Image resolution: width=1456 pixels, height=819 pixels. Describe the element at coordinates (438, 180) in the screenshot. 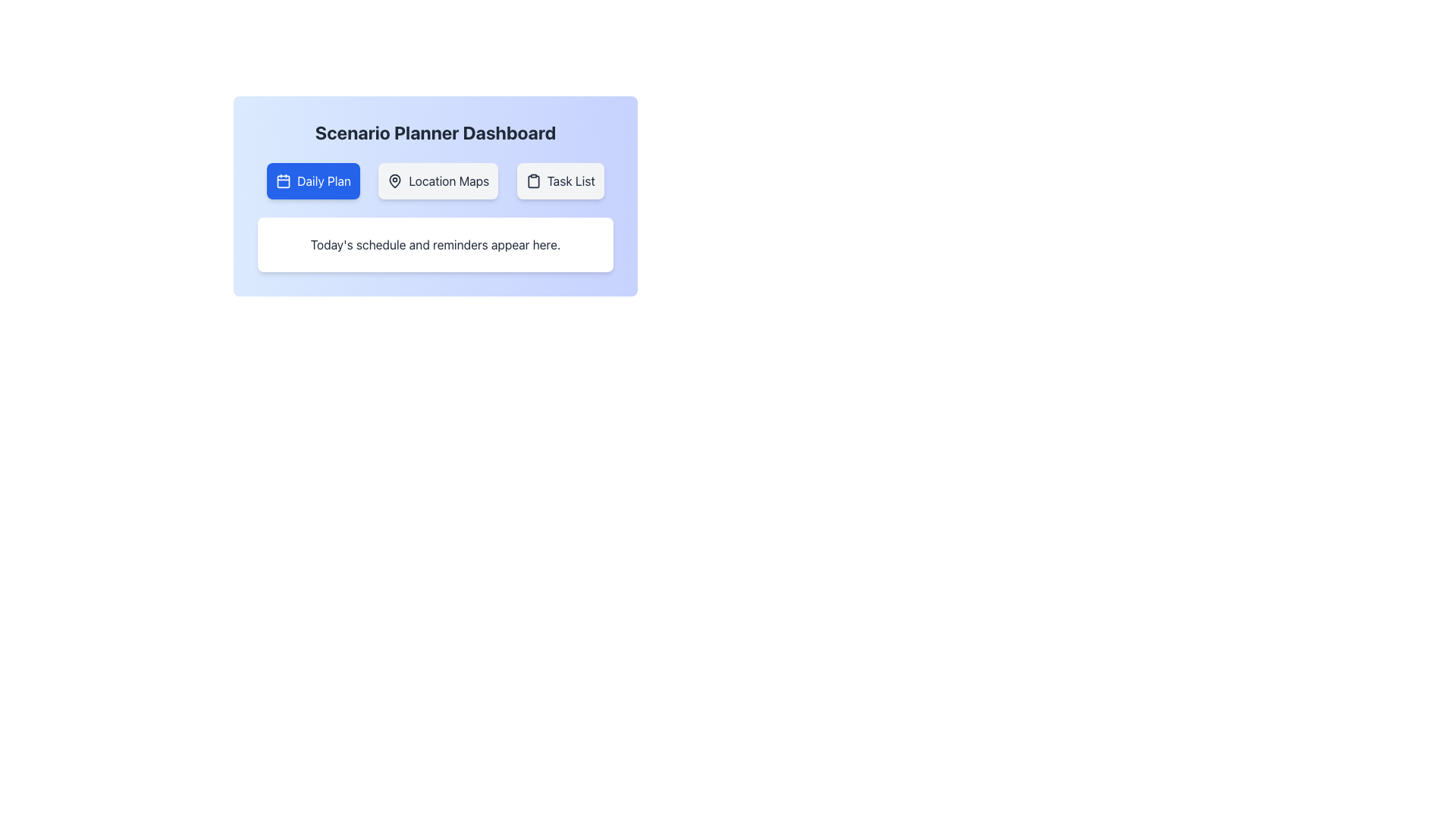

I see `the 'Location Maps' button, which is the second button from the left, styled with a light gray background and black text` at that location.